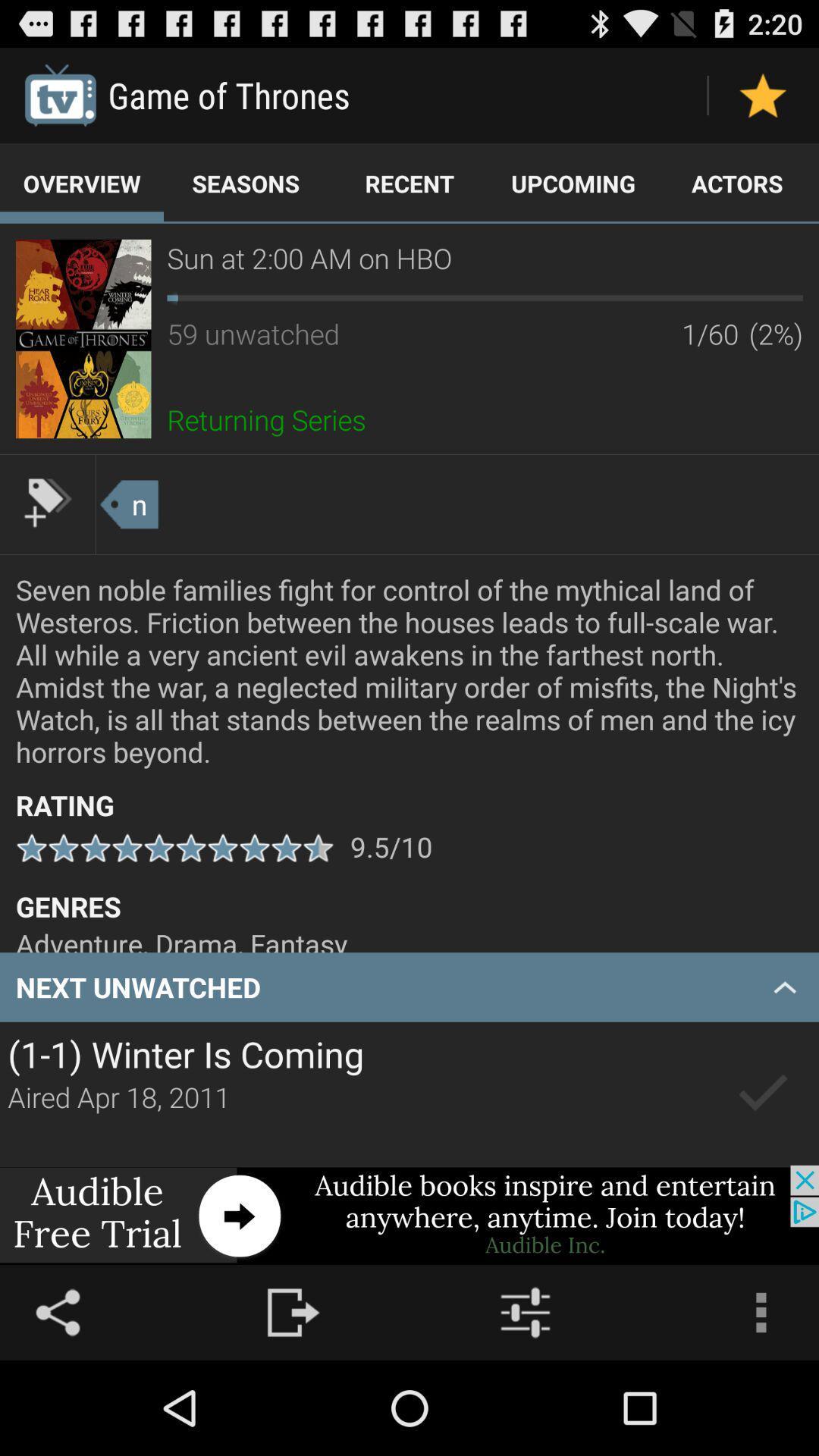 The height and width of the screenshot is (1456, 819). What do you see at coordinates (763, 94) in the screenshot?
I see `favorites it` at bounding box center [763, 94].